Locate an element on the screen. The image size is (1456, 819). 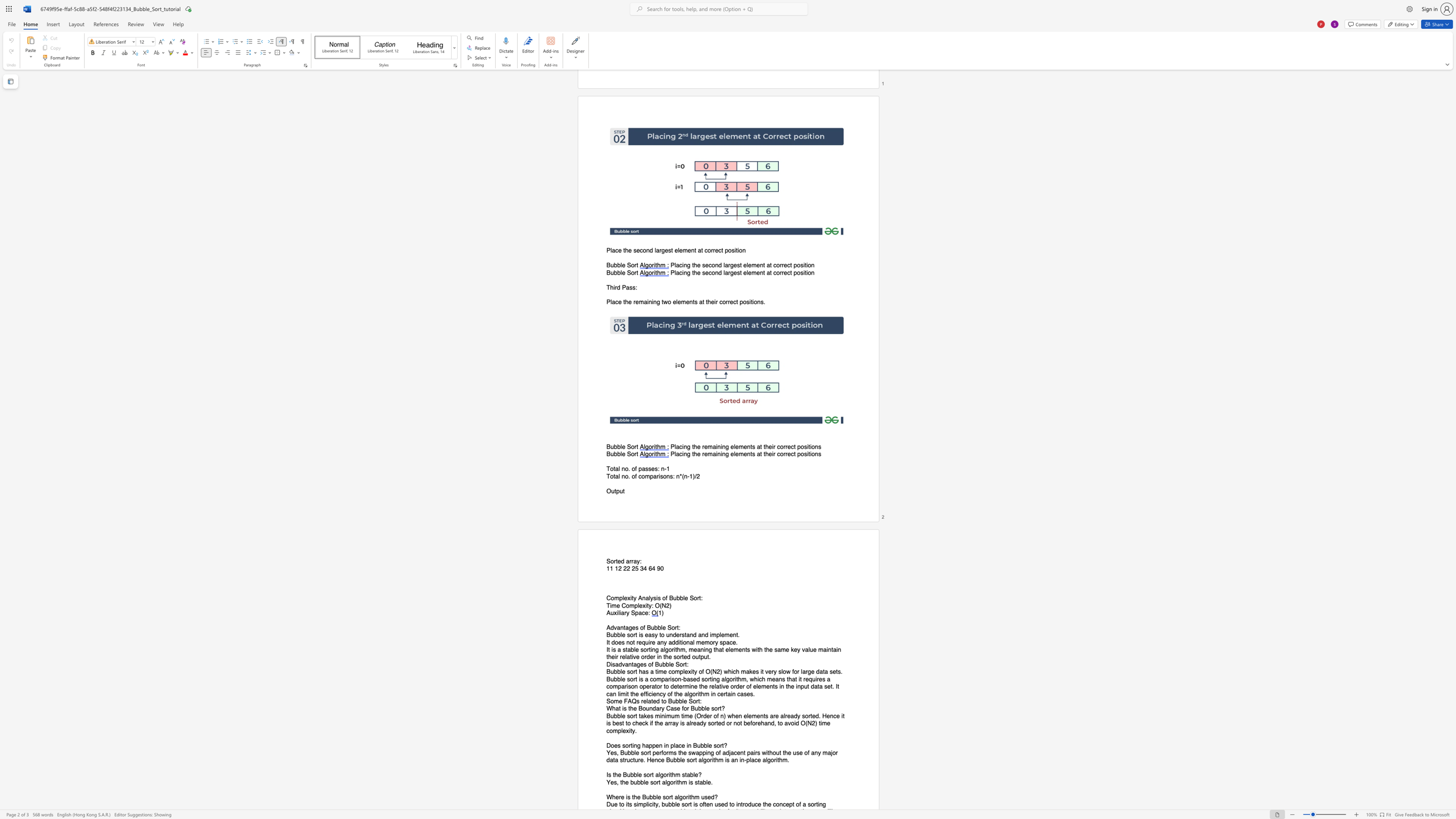
the 1th character "a" in the text is located at coordinates (617, 469).